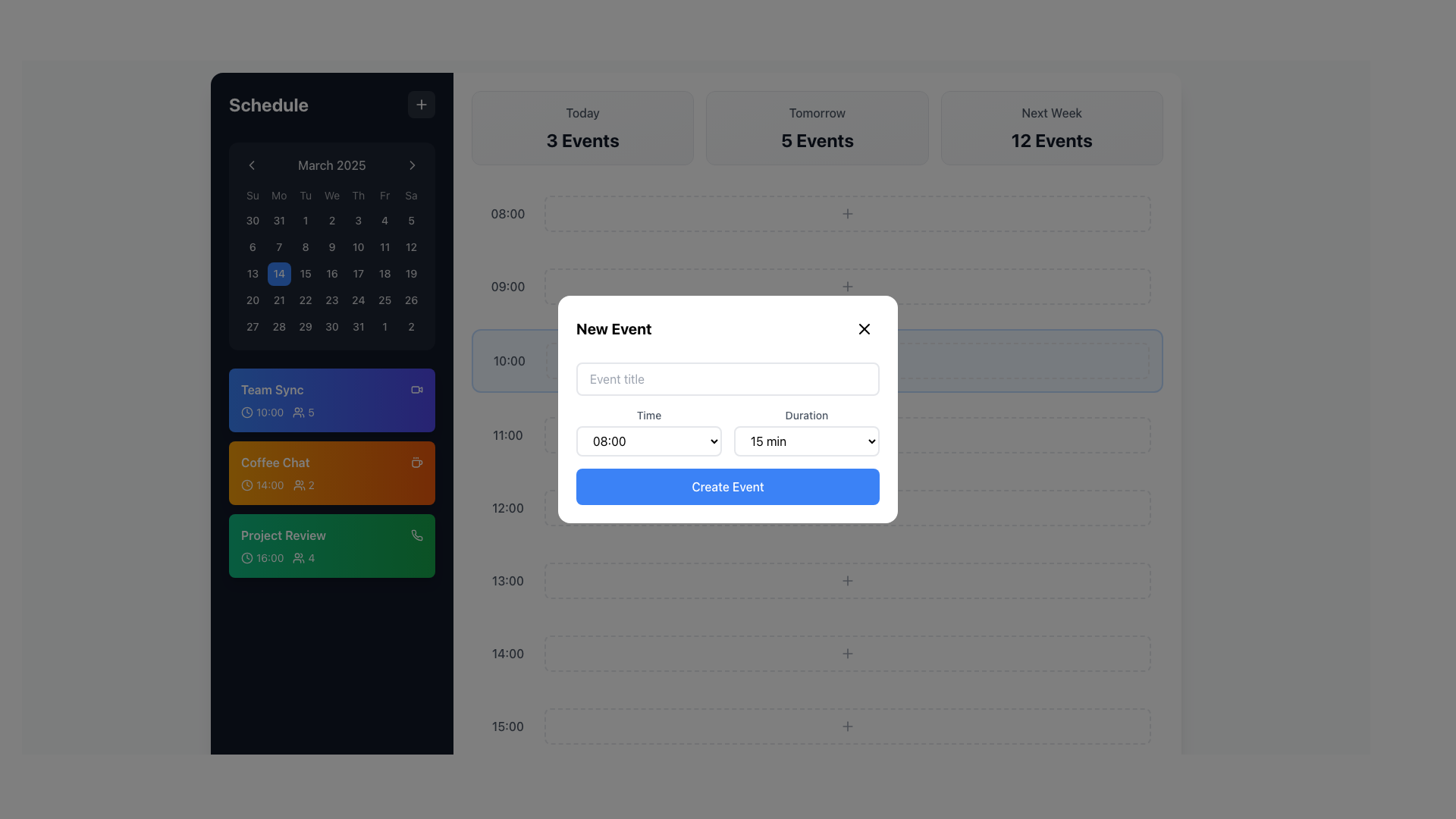 This screenshot has height=819, width=1456. What do you see at coordinates (508, 580) in the screenshot?
I see `the time indicator text label located within the scheduled events panel, positioned below the 12:00 slot and above the 14:00 slot` at bounding box center [508, 580].